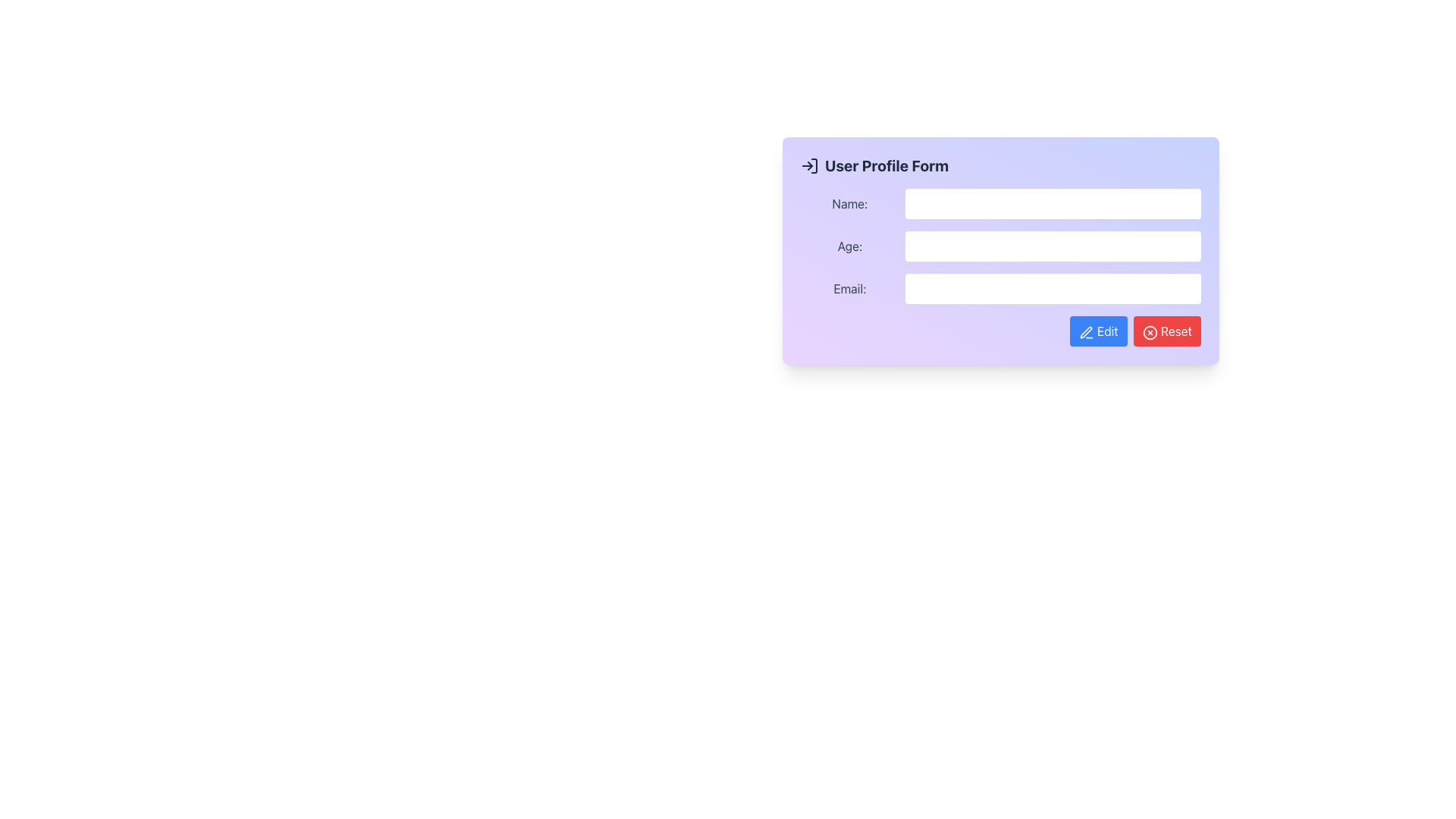  Describe the element at coordinates (1150, 331) in the screenshot. I see `the Decorative Icon located to the left of the 'Reset' text within the red 'Reset' button at the bottom right of the 'User Profile Form' card` at that location.